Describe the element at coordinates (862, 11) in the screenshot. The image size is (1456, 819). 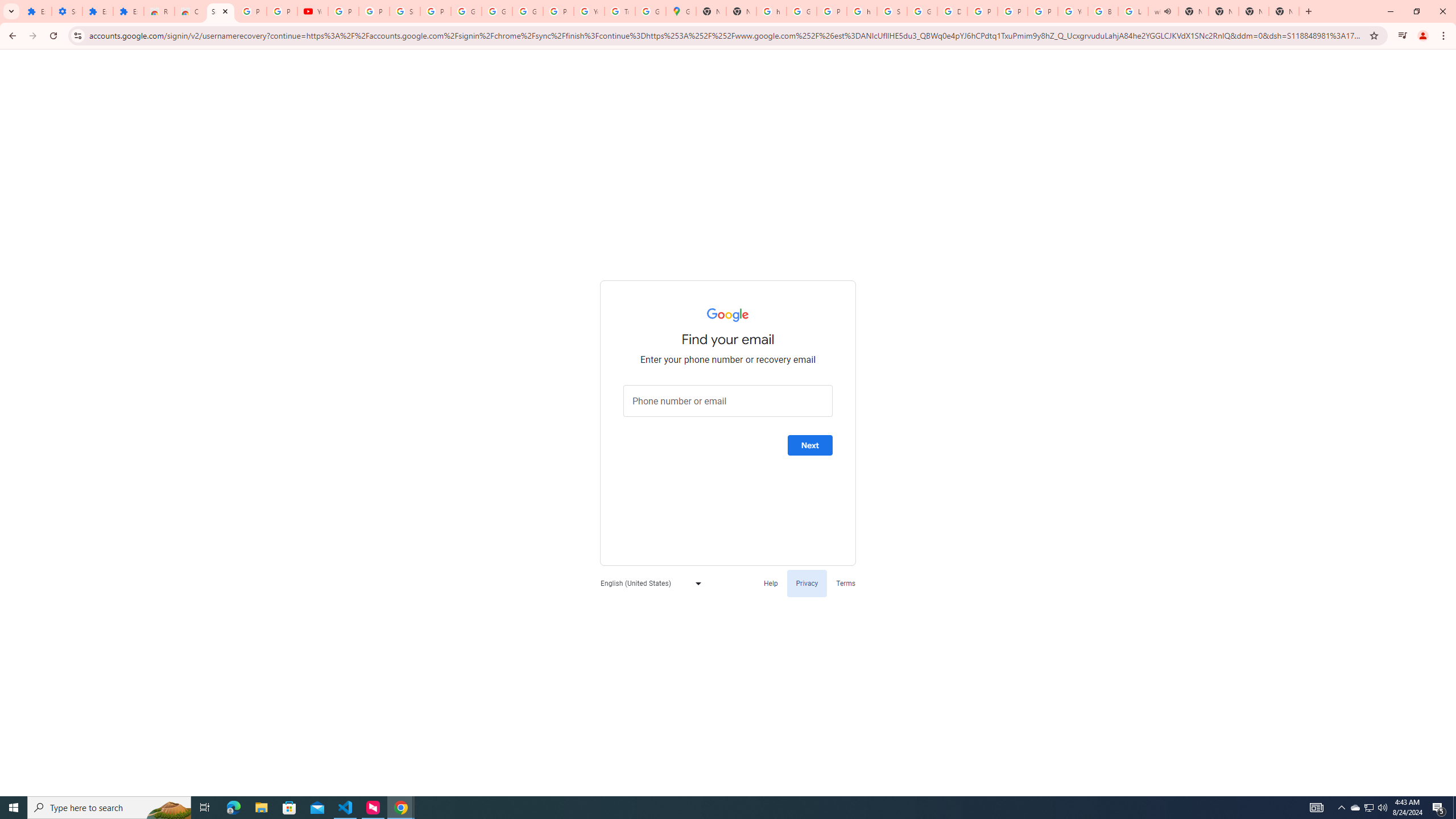
I see `'https://scholar.google.com/'` at that location.